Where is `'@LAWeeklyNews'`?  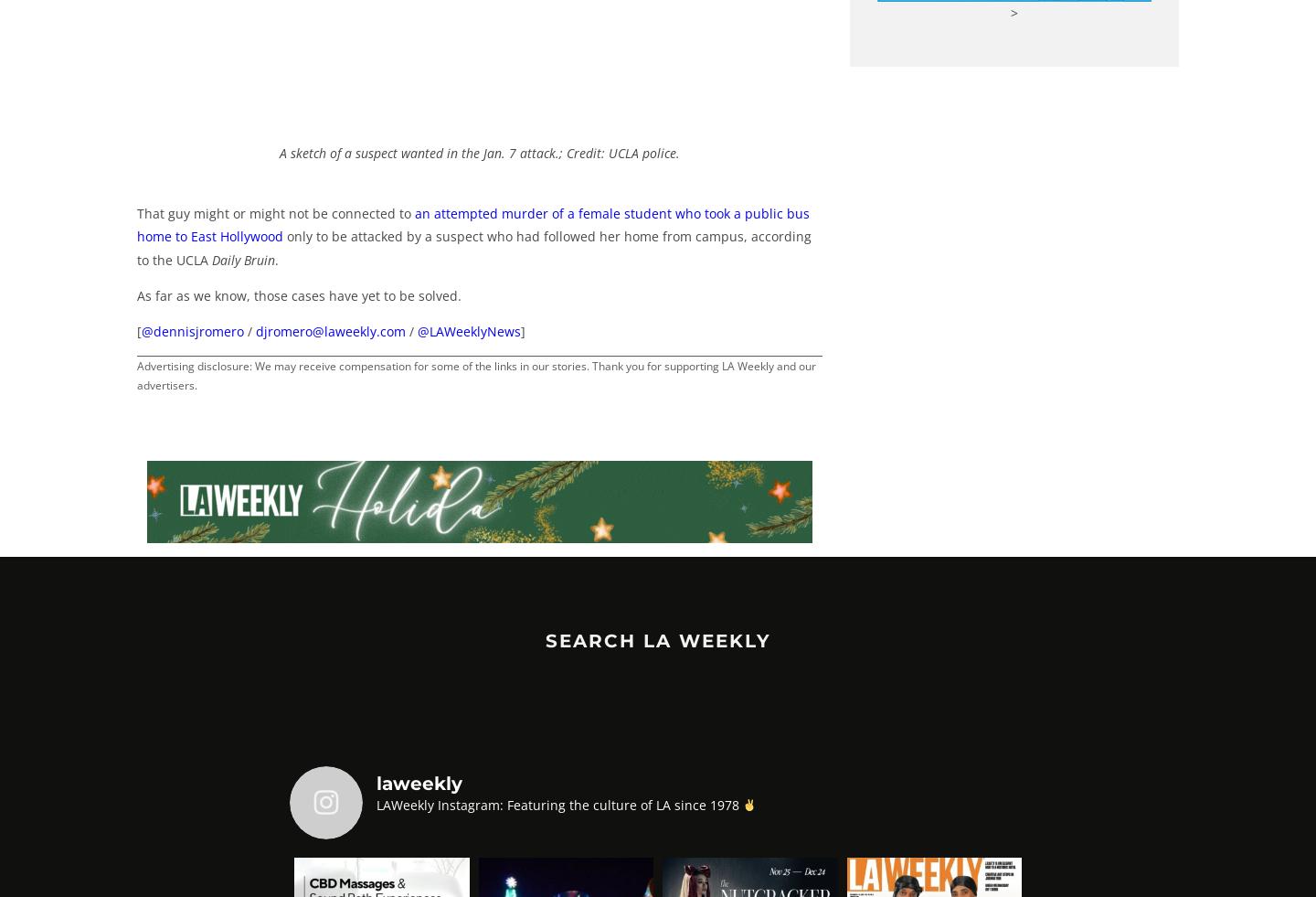 '@LAWeeklyNews' is located at coordinates (468, 330).